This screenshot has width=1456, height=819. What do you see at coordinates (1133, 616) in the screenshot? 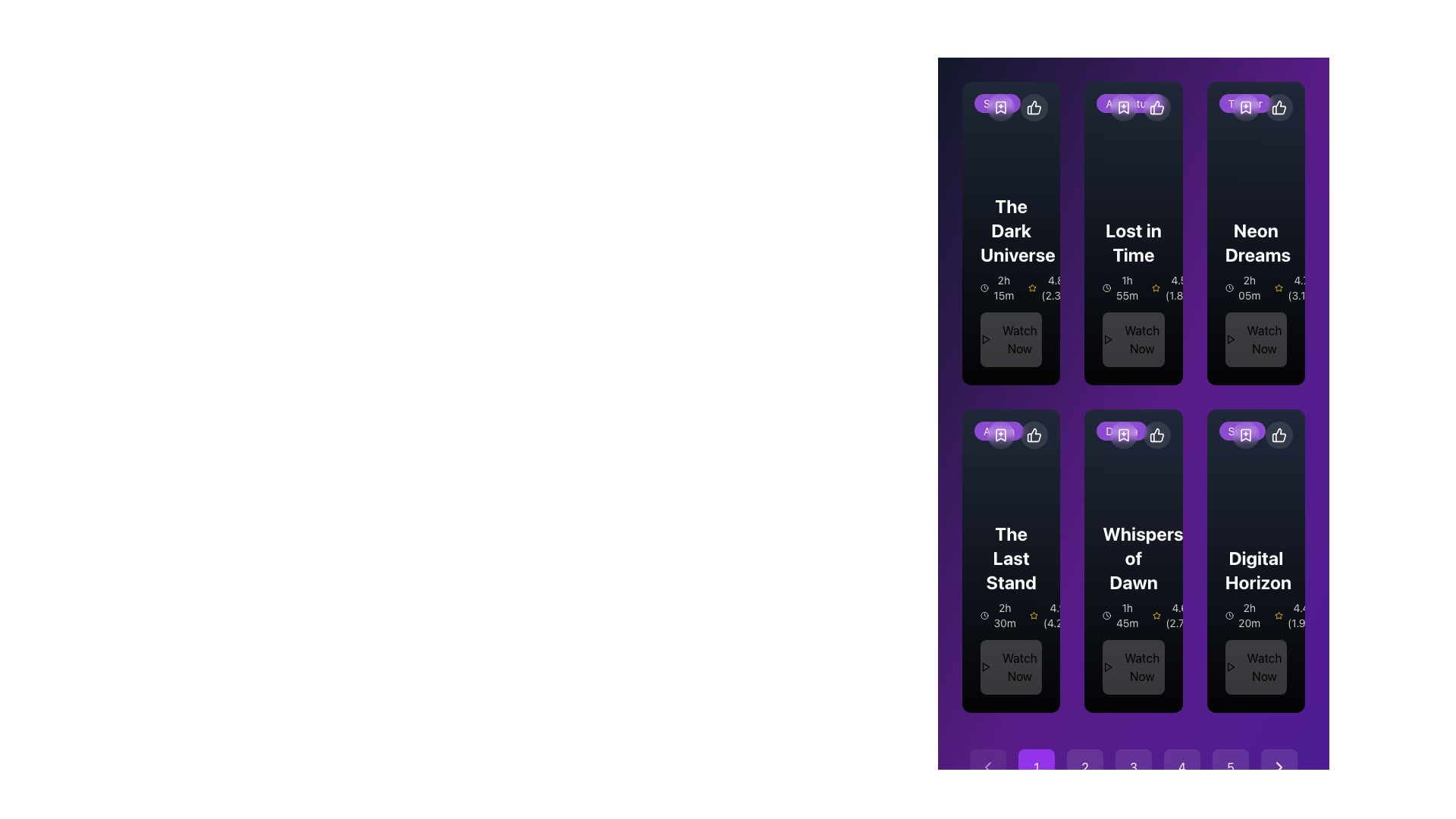
I see `the informational display about the movie duration and rating located beneath the title text of the 'Whispers of Dawn' card, which is the second section in the card above the 'Watch Now' button` at bounding box center [1133, 616].